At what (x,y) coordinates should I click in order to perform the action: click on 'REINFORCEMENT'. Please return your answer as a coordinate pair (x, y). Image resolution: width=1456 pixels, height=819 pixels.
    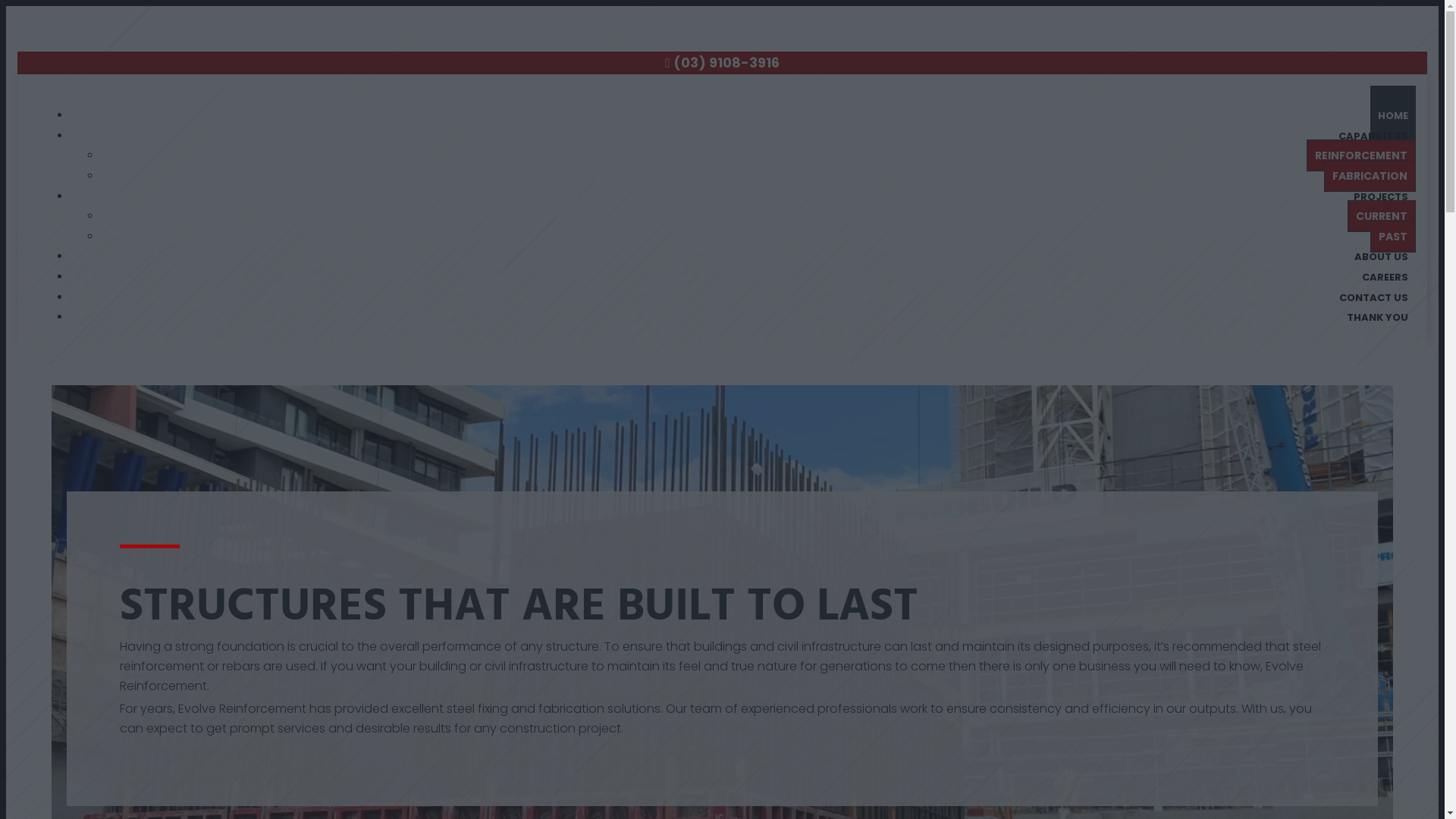
    Looking at the image, I should click on (1361, 155).